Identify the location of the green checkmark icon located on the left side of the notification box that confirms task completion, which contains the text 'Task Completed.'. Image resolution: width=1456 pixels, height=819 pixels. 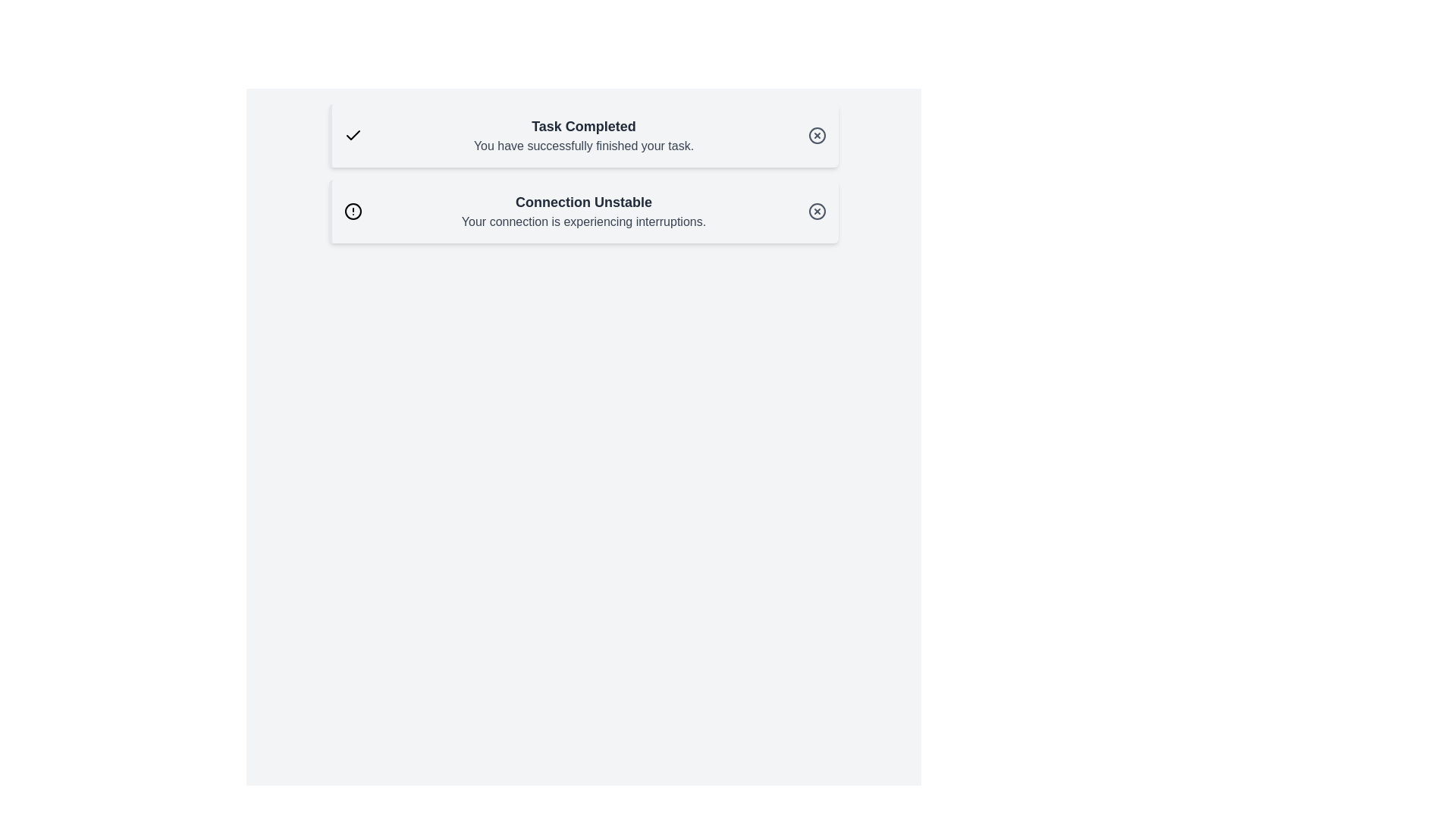
(352, 134).